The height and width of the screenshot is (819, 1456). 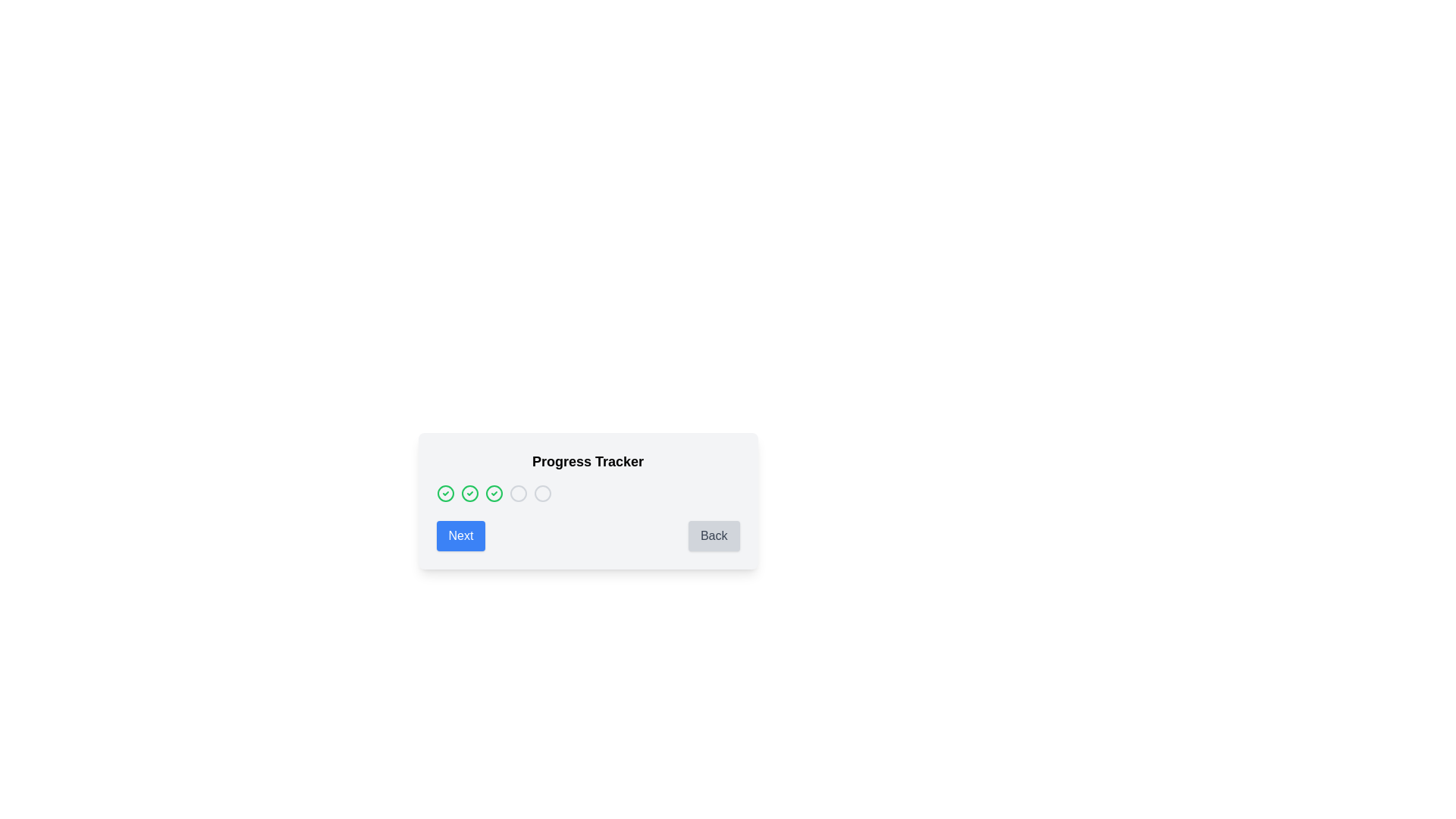 What do you see at coordinates (494, 494) in the screenshot?
I see `progress information by clicking on the second circular progress marker with a bold green outline in the progress tracker` at bounding box center [494, 494].